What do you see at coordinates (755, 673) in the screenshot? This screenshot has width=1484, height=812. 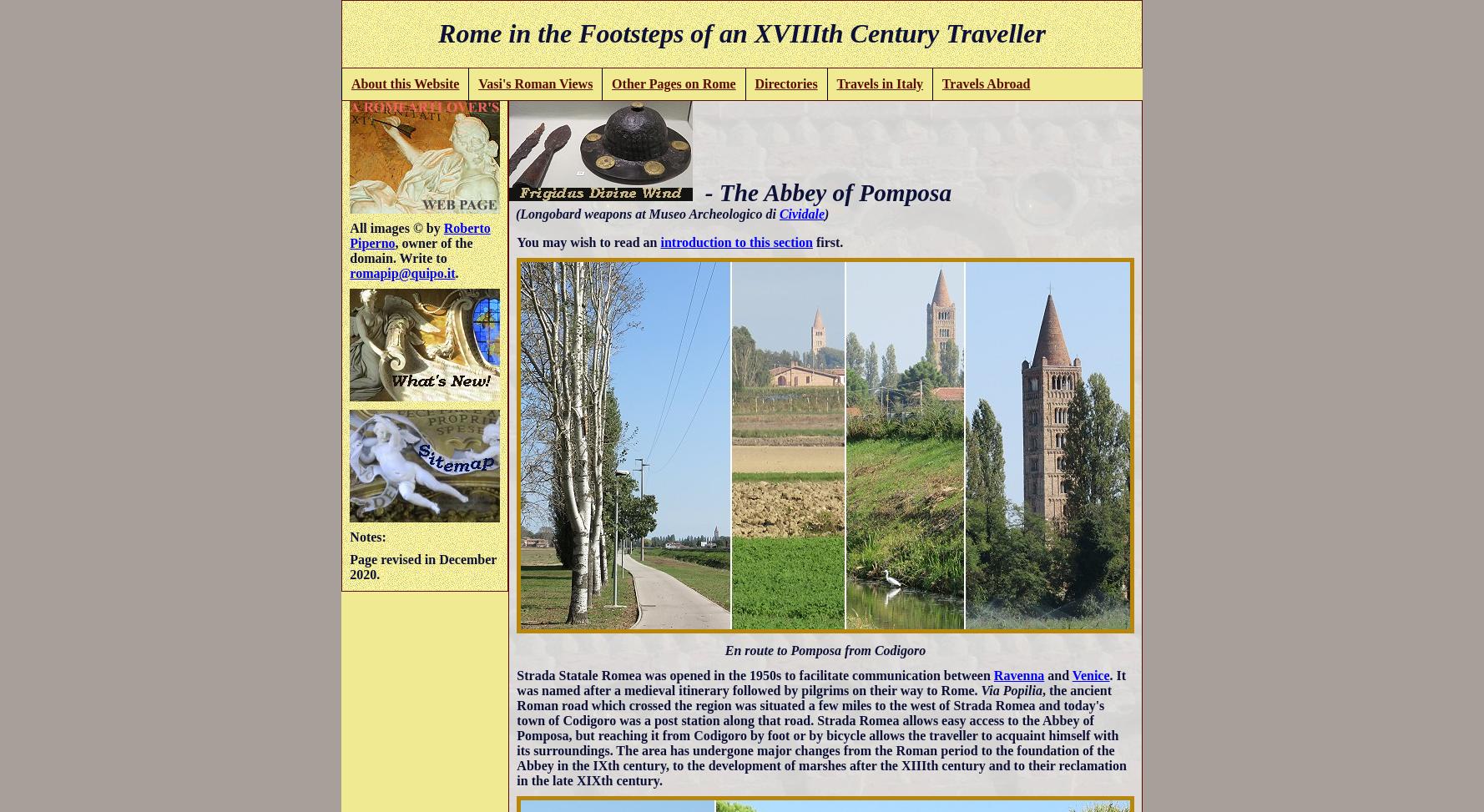 I see `'Strada Statale Romea was opened in the 1950s to facilitate communication between'` at bounding box center [755, 673].